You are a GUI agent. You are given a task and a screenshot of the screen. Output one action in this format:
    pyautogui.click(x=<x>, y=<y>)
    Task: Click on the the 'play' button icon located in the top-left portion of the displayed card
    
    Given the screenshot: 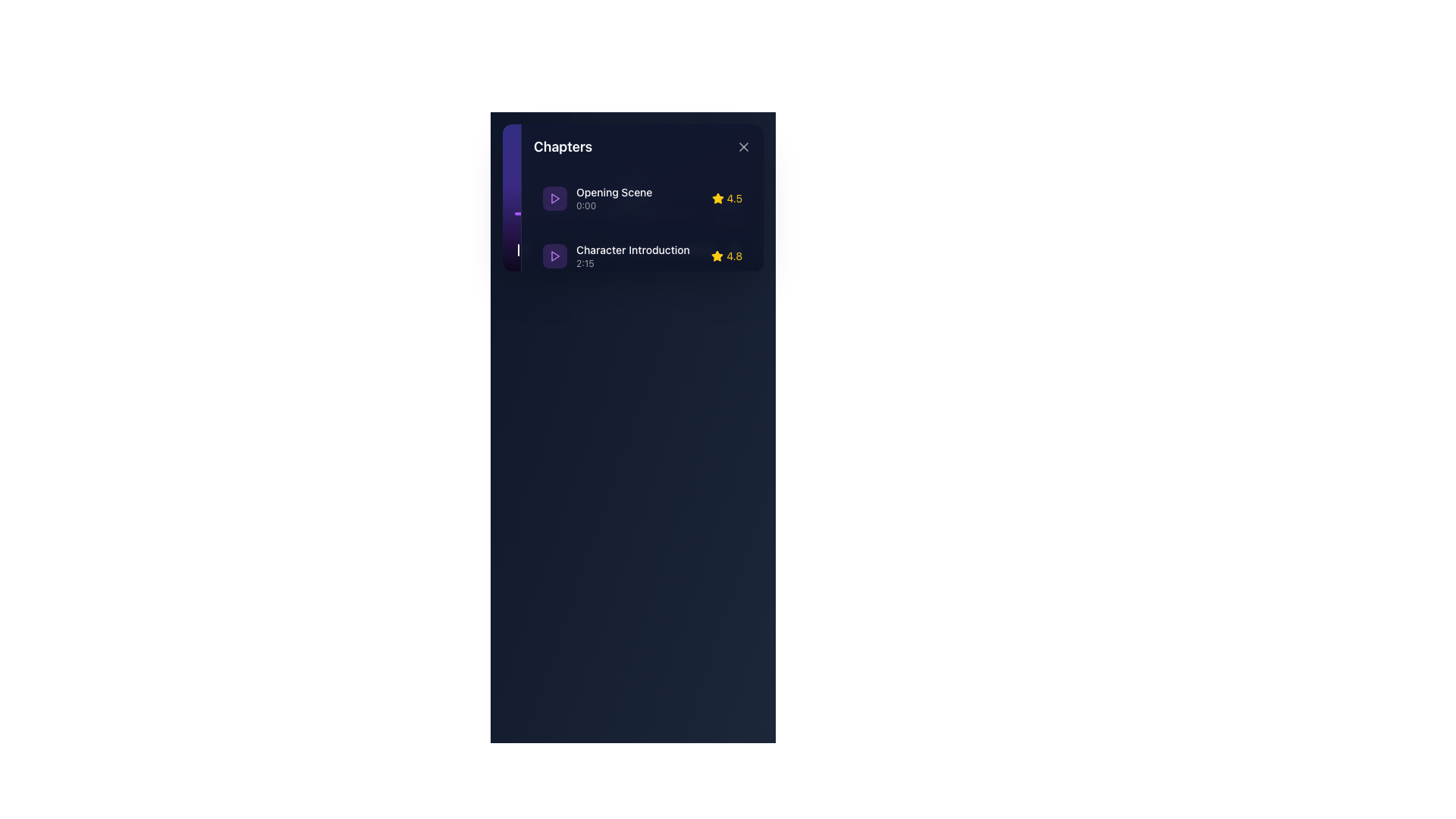 What is the action you would take?
    pyautogui.click(x=554, y=198)
    